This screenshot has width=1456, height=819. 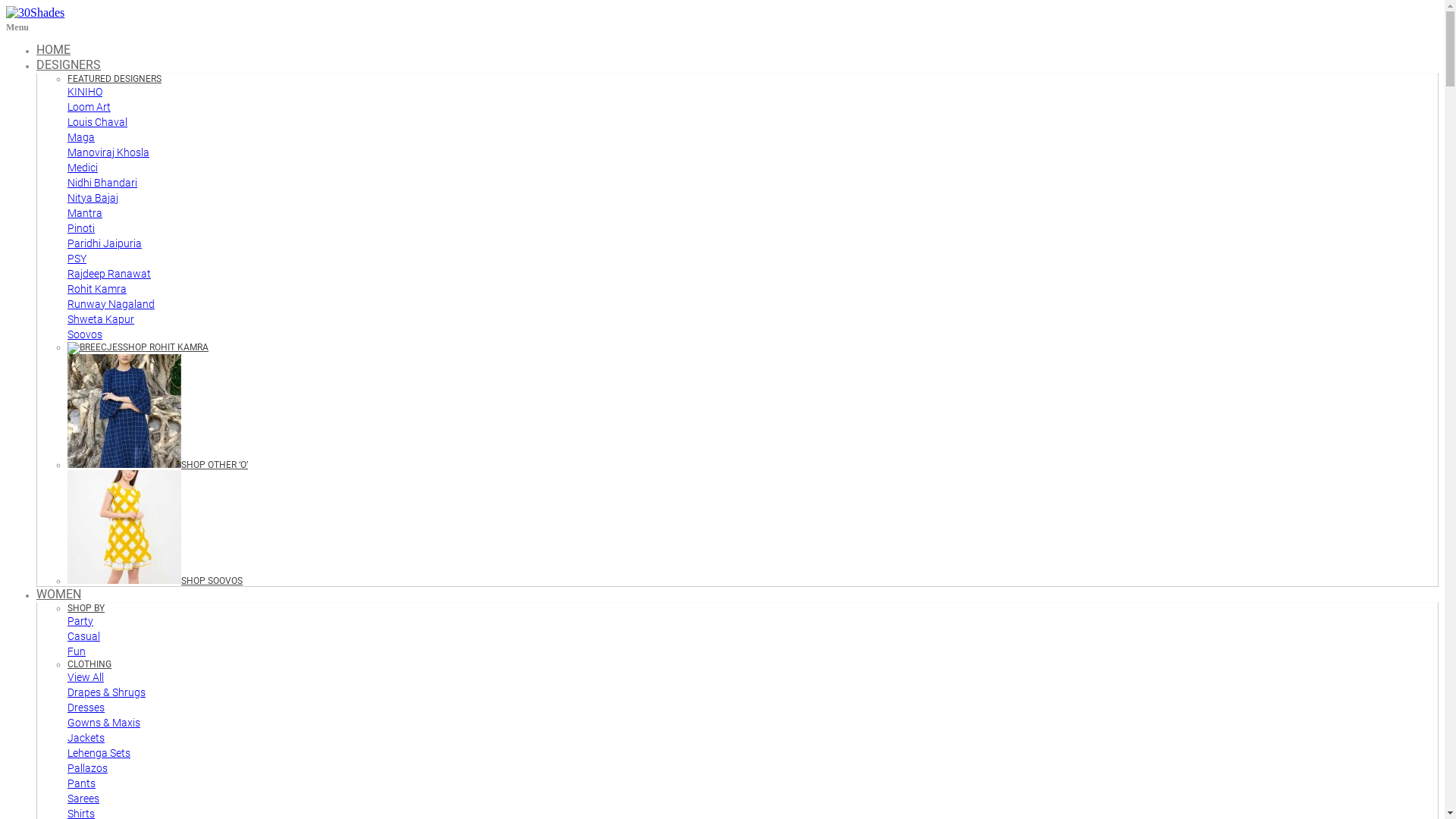 I want to click on 'View All', so click(x=67, y=676).